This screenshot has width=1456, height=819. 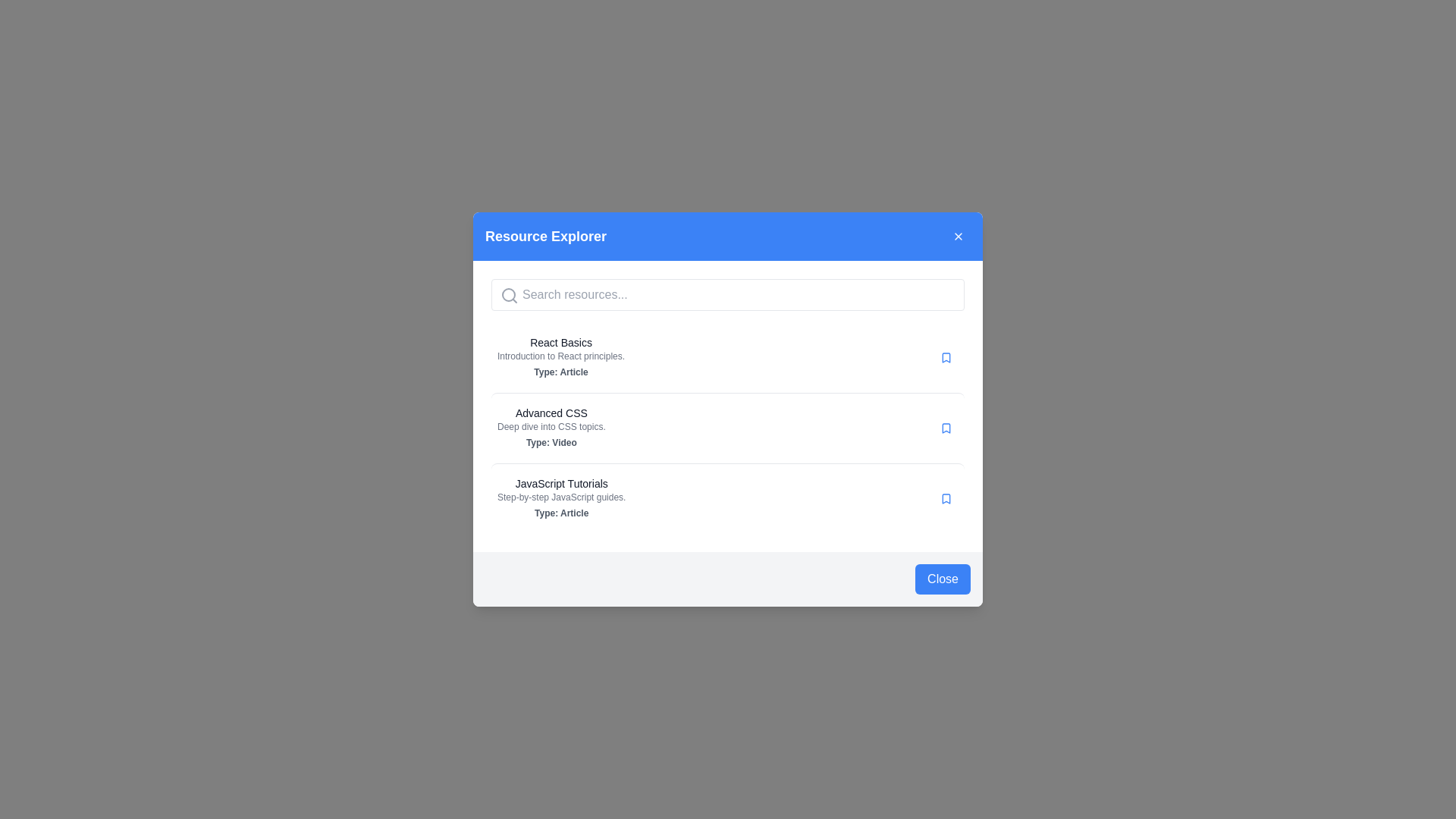 What do you see at coordinates (946, 499) in the screenshot?
I see `the bookmark icon styled as an SVG image, located inside a circular button to the right of 'JavaScript Tutorials,'` at bounding box center [946, 499].